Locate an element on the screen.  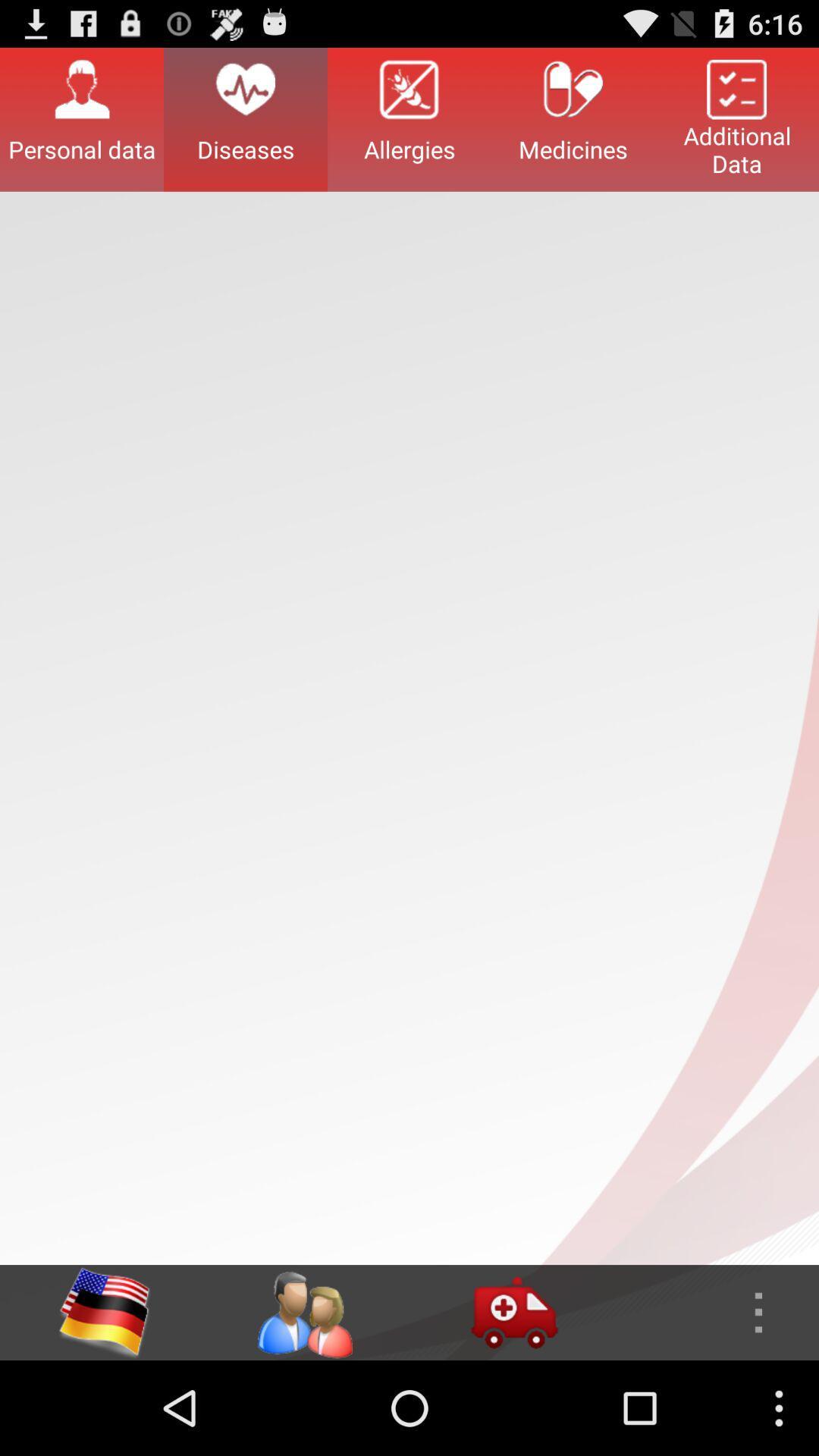
diseases item is located at coordinates (245, 118).